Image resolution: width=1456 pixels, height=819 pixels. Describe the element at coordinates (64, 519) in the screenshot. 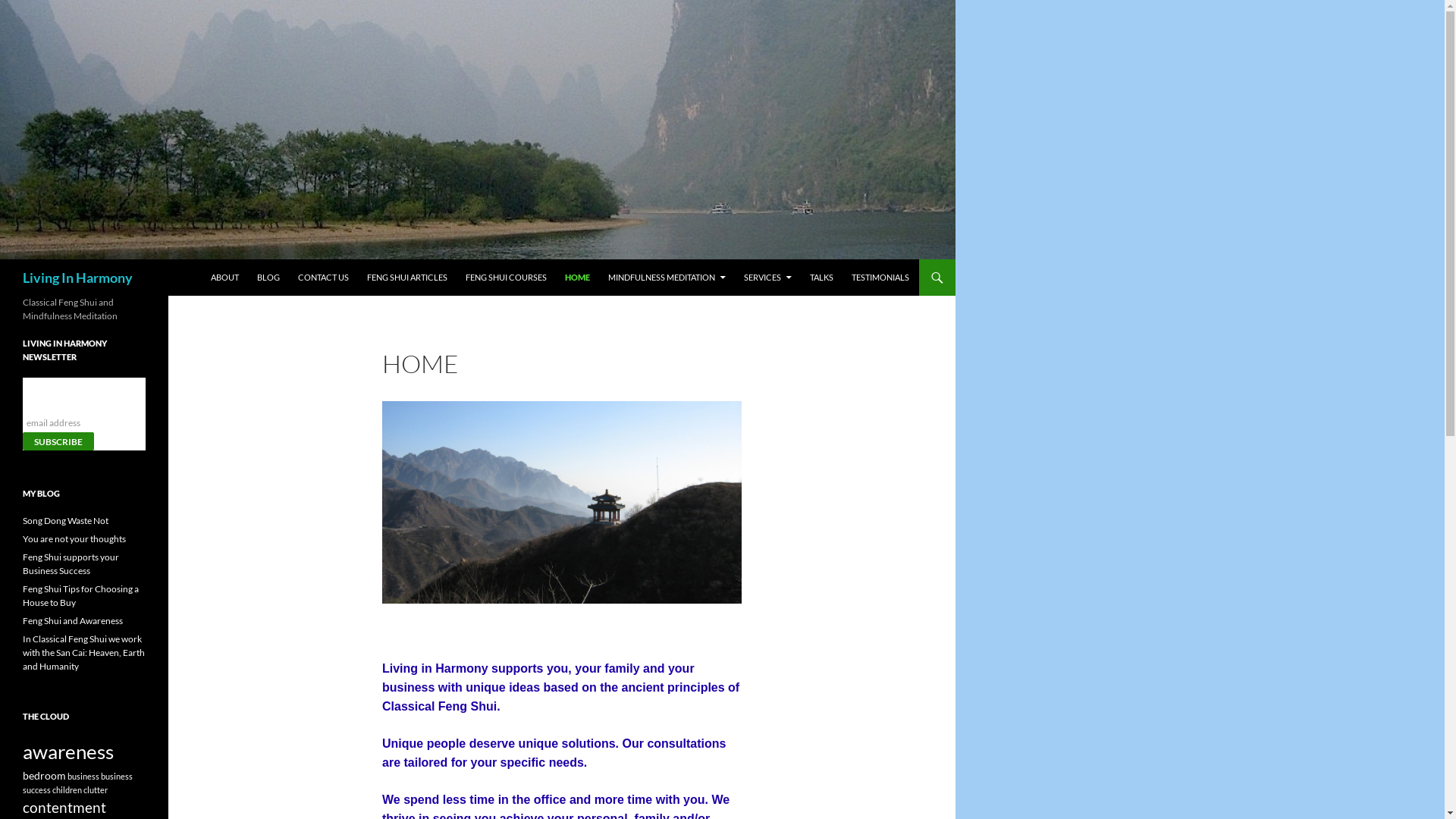

I see `'Song Dong Waste Not'` at that location.